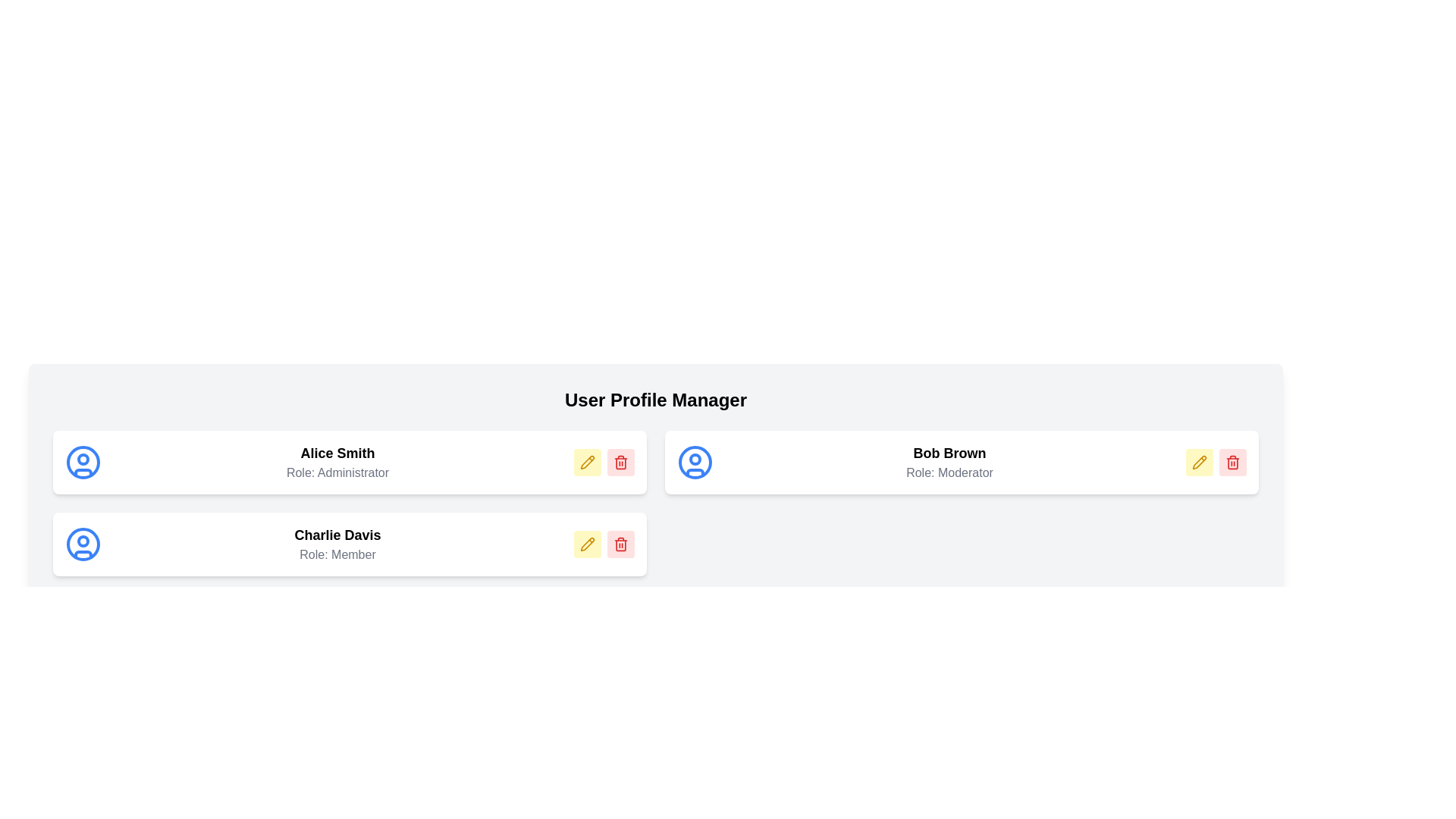  I want to click on the static text label displaying the role of 'Charlie Davis', located below the larger name text in the central card of the second row in the user profile grid, so click(337, 555).